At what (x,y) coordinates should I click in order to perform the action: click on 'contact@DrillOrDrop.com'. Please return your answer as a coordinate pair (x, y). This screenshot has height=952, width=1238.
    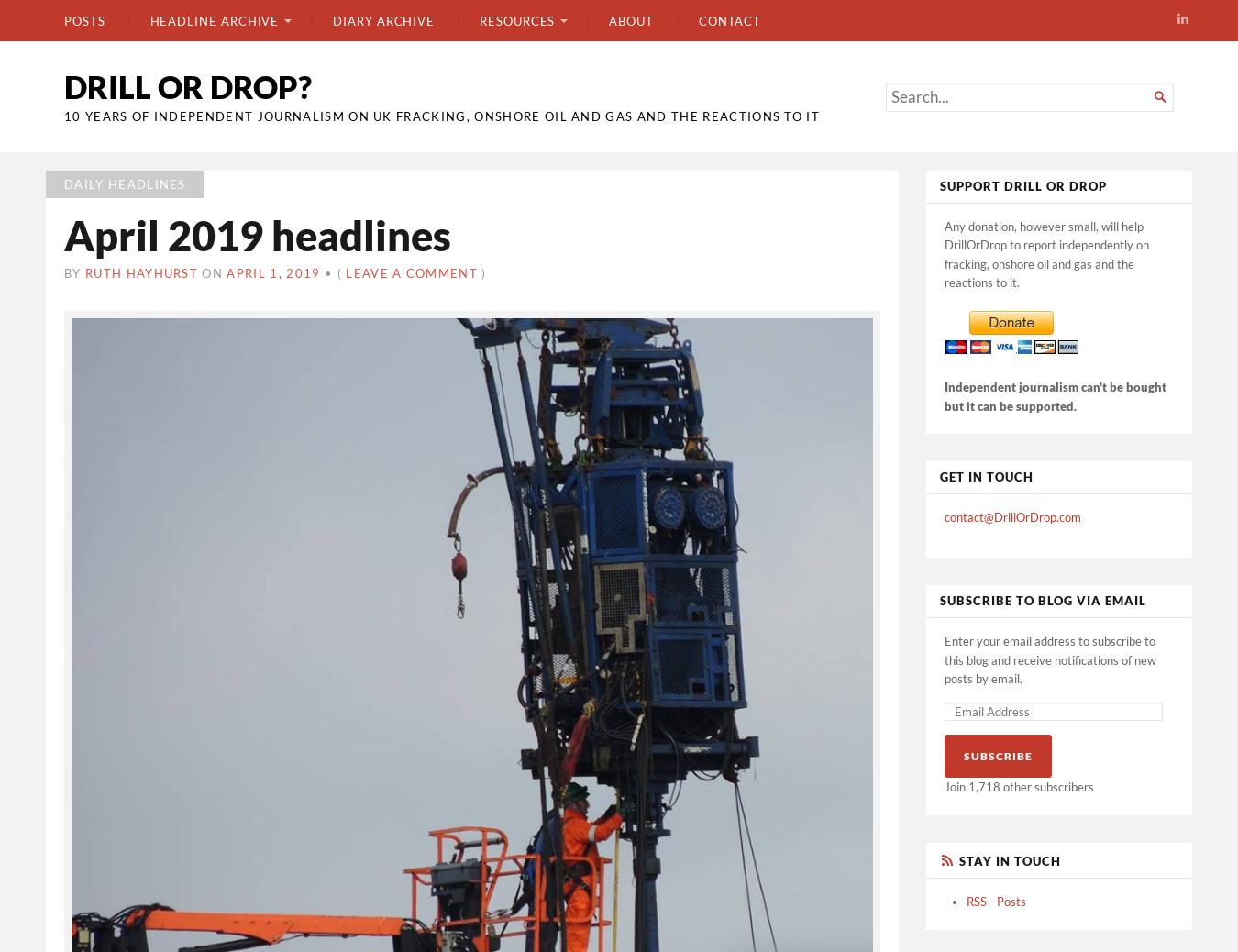
    Looking at the image, I should click on (945, 516).